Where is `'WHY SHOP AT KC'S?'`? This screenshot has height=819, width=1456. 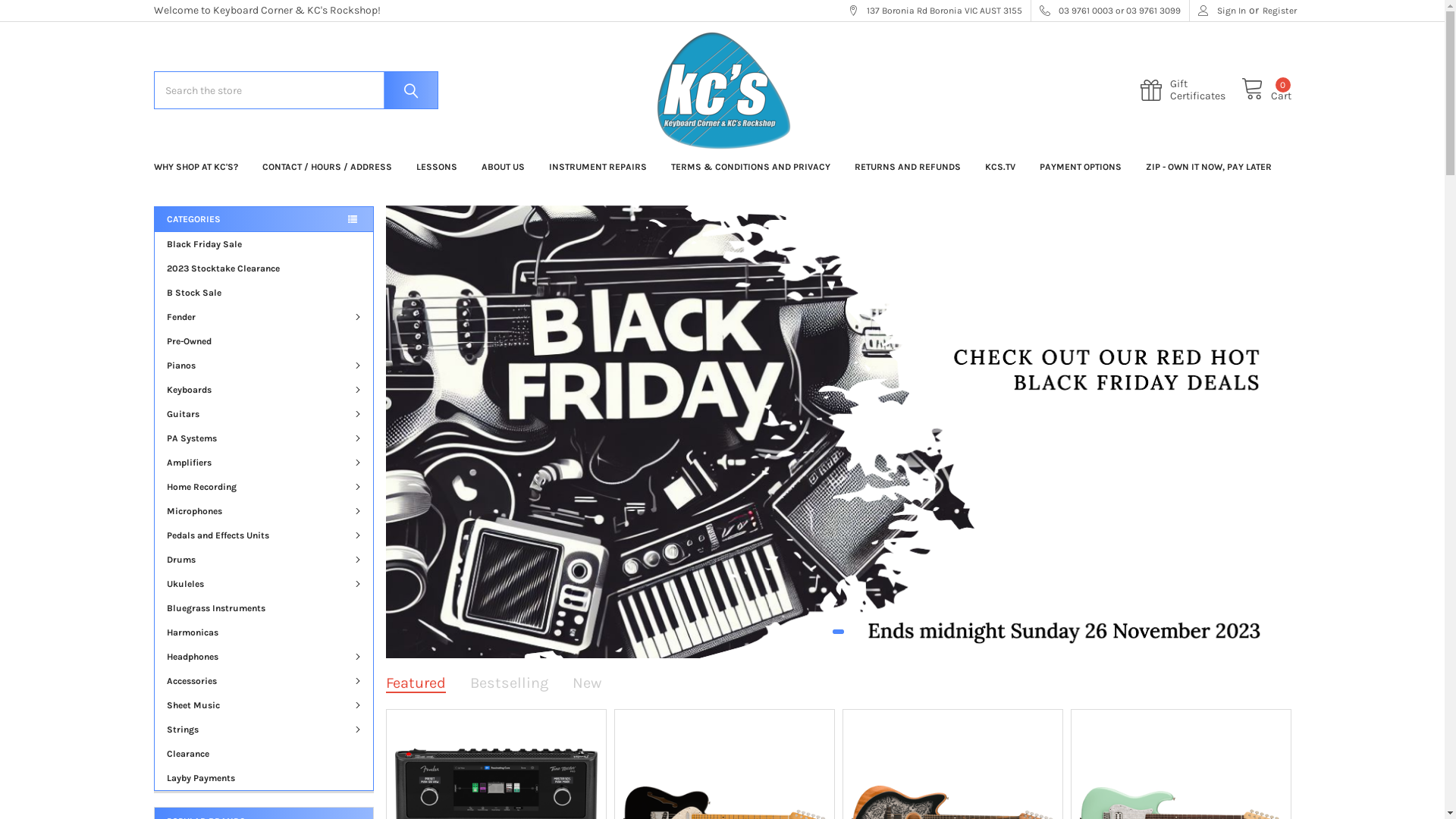
'WHY SHOP AT KC'S?' is located at coordinates (194, 166).